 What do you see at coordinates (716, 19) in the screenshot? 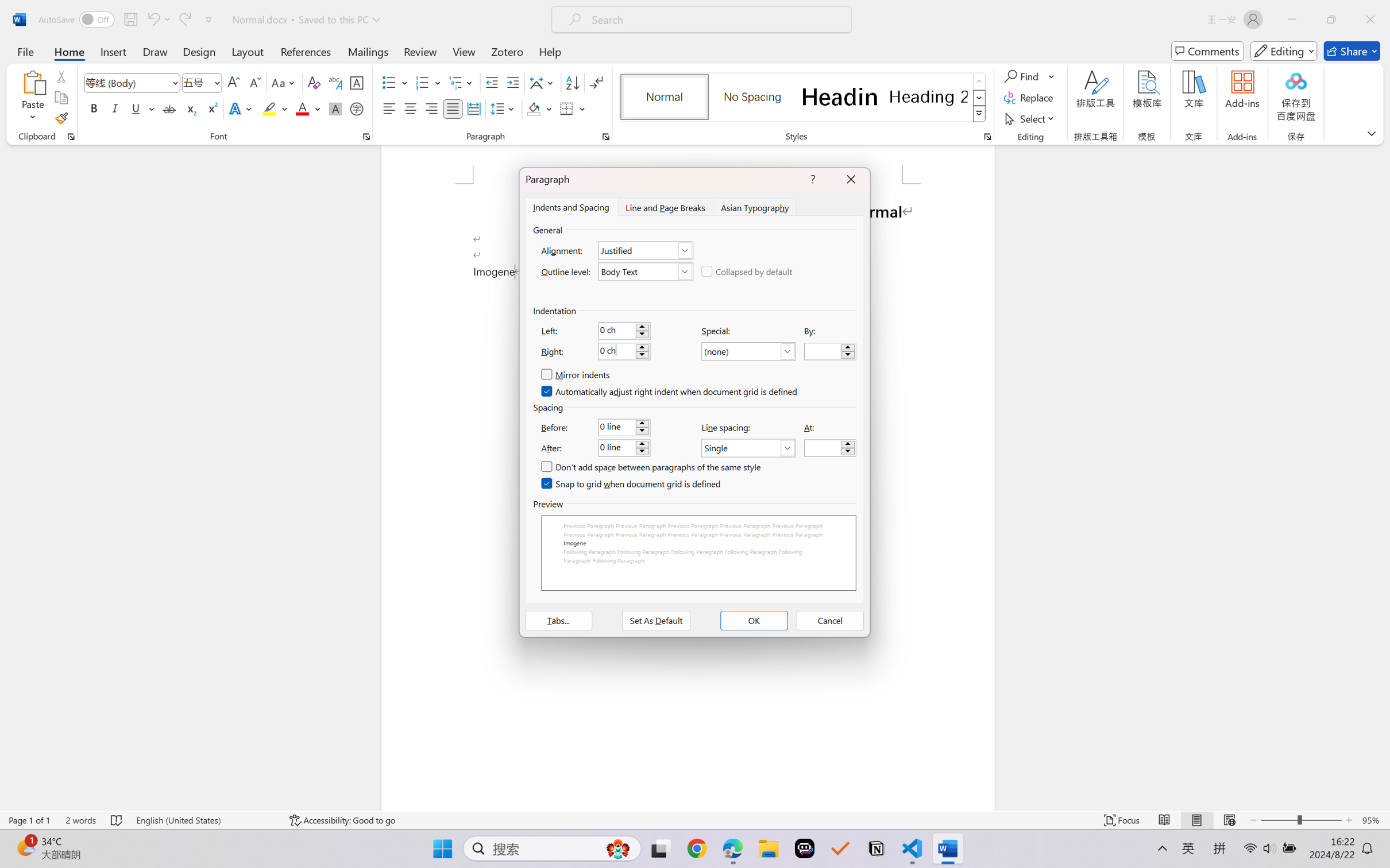
I see `'Microsoft search'` at bounding box center [716, 19].